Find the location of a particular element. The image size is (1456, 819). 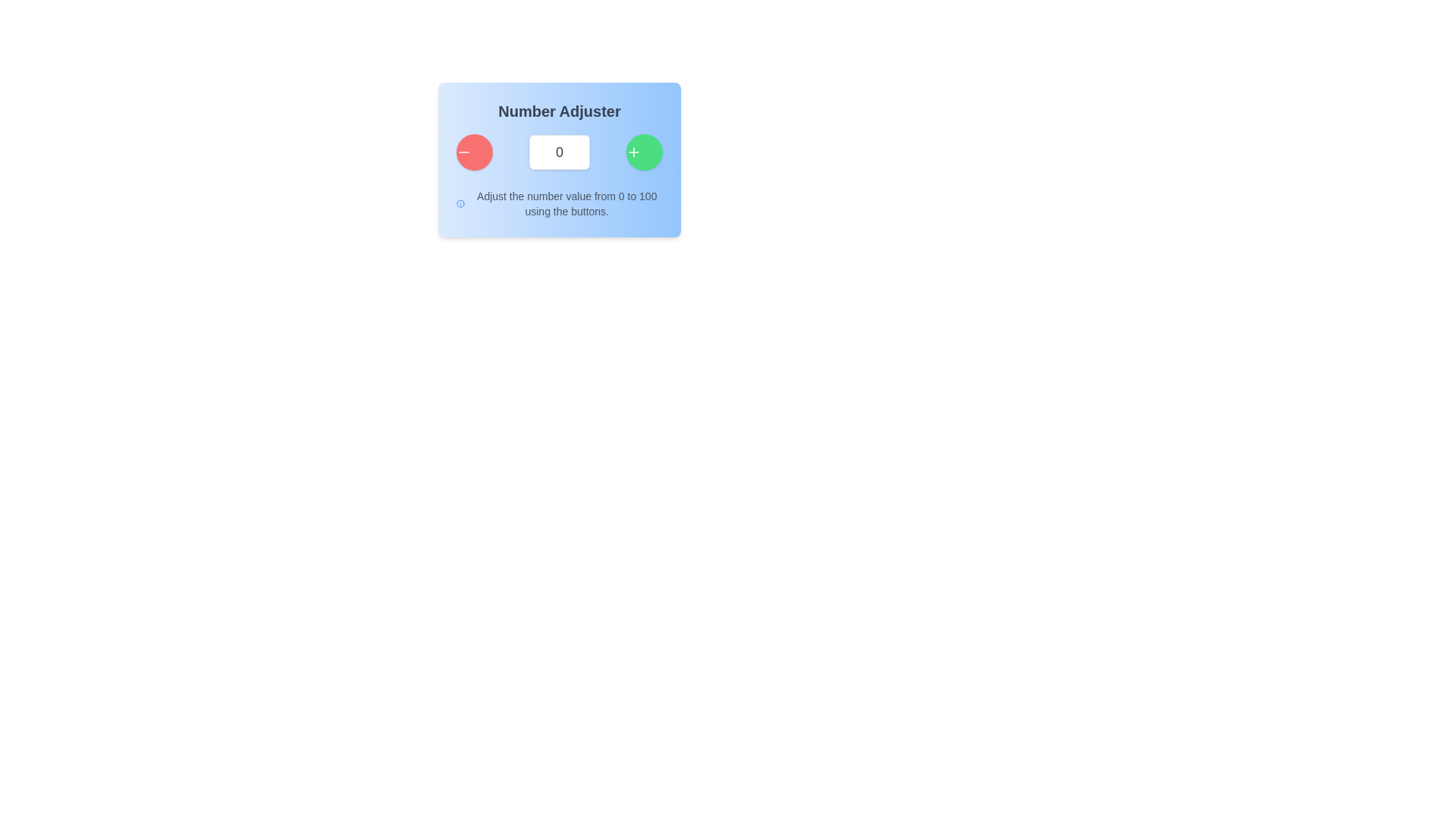

the green circular button with a plus sign on the right side of the Interactive control group in the 'Number Adjuster' card to increase the number is located at coordinates (559, 152).